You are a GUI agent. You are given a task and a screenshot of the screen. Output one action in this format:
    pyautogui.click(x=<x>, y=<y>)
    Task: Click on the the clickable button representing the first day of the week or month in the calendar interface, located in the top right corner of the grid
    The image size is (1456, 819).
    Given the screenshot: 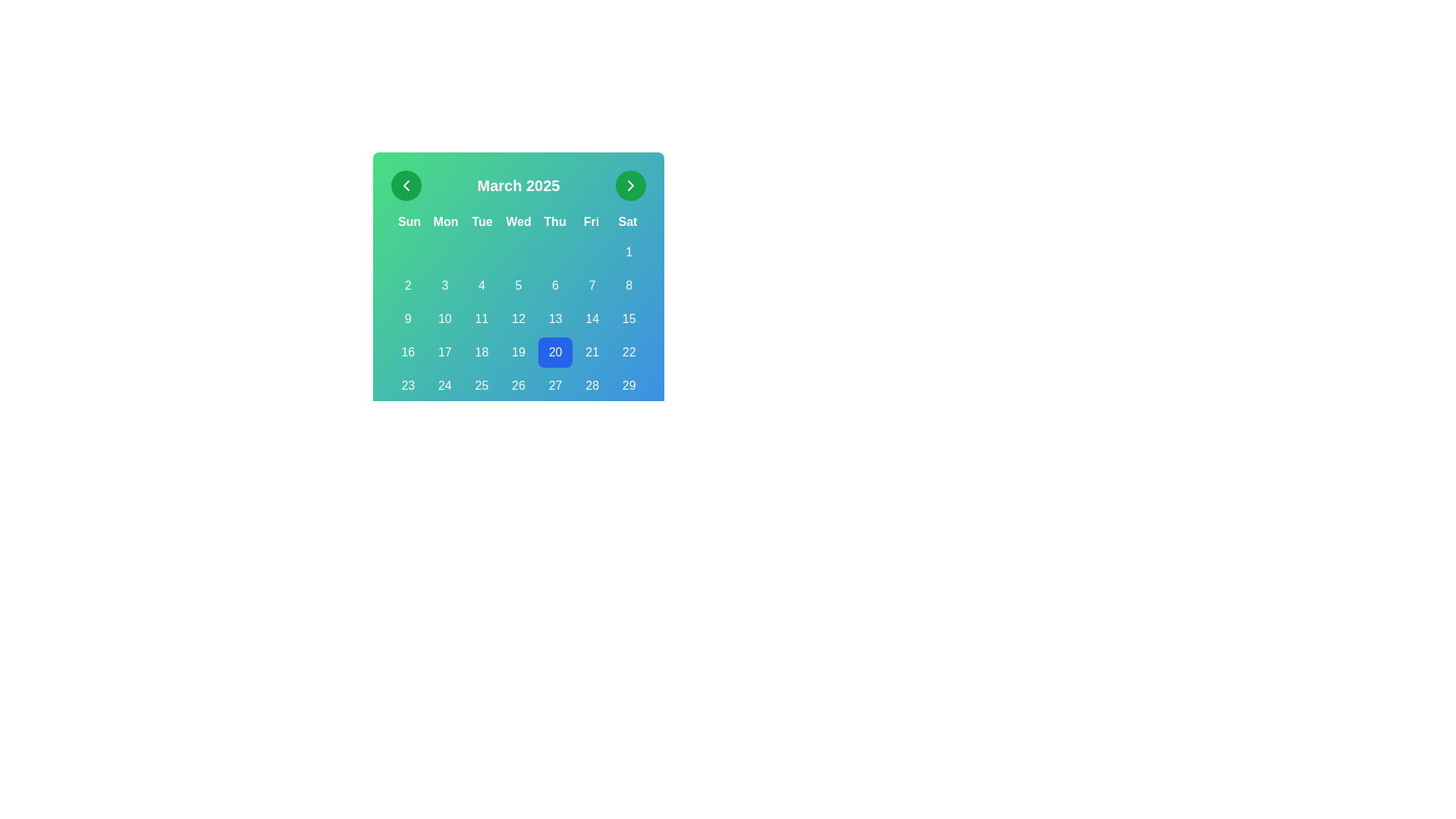 What is the action you would take?
    pyautogui.click(x=629, y=251)
    